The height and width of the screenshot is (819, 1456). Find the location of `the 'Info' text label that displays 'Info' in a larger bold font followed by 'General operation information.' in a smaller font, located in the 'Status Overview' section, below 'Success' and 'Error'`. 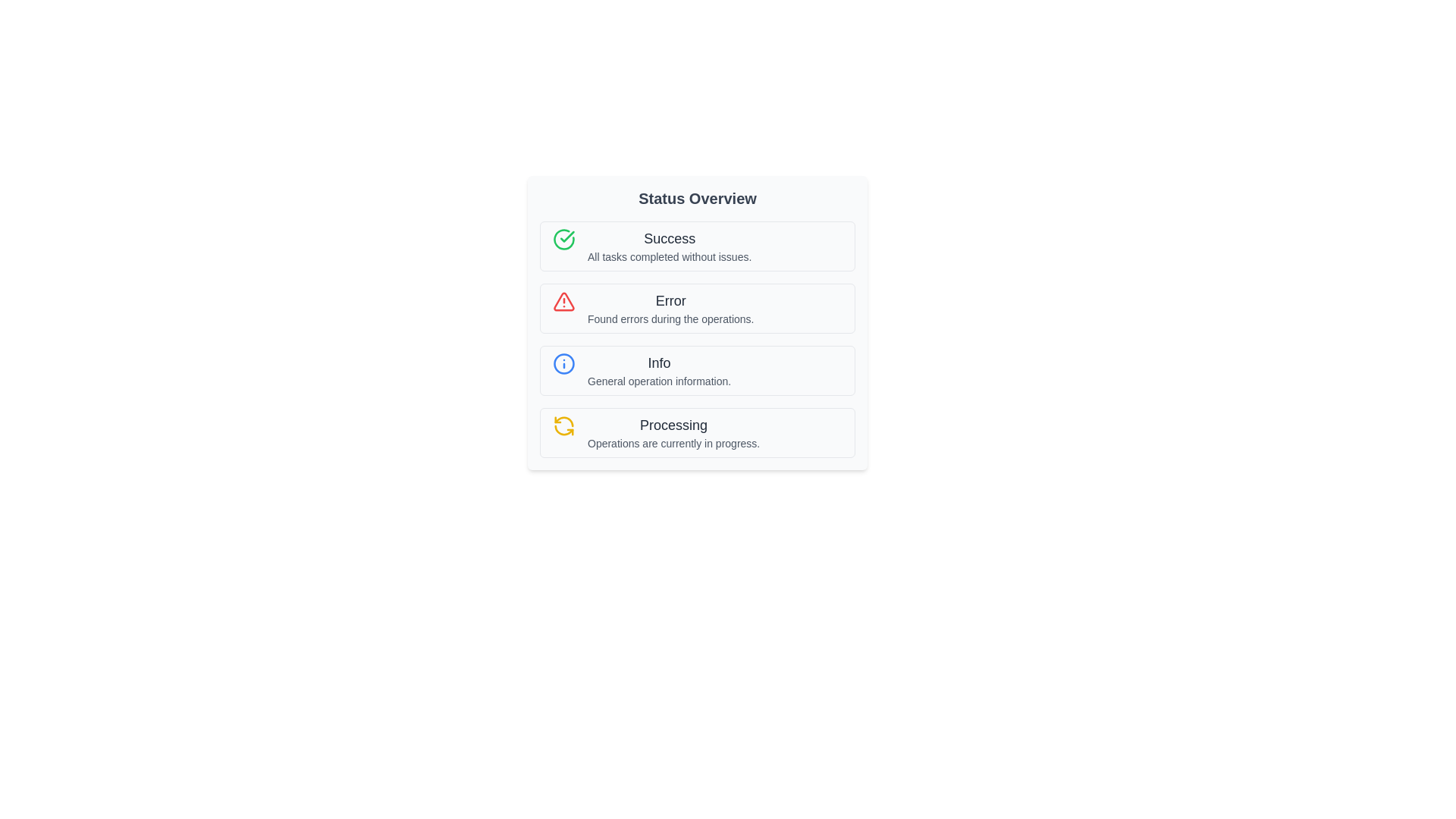

the 'Info' text label that displays 'Info' in a larger bold font followed by 'General operation information.' in a smaller font, located in the 'Status Overview' section, below 'Success' and 'Error' is located at coordinates (659, 371).